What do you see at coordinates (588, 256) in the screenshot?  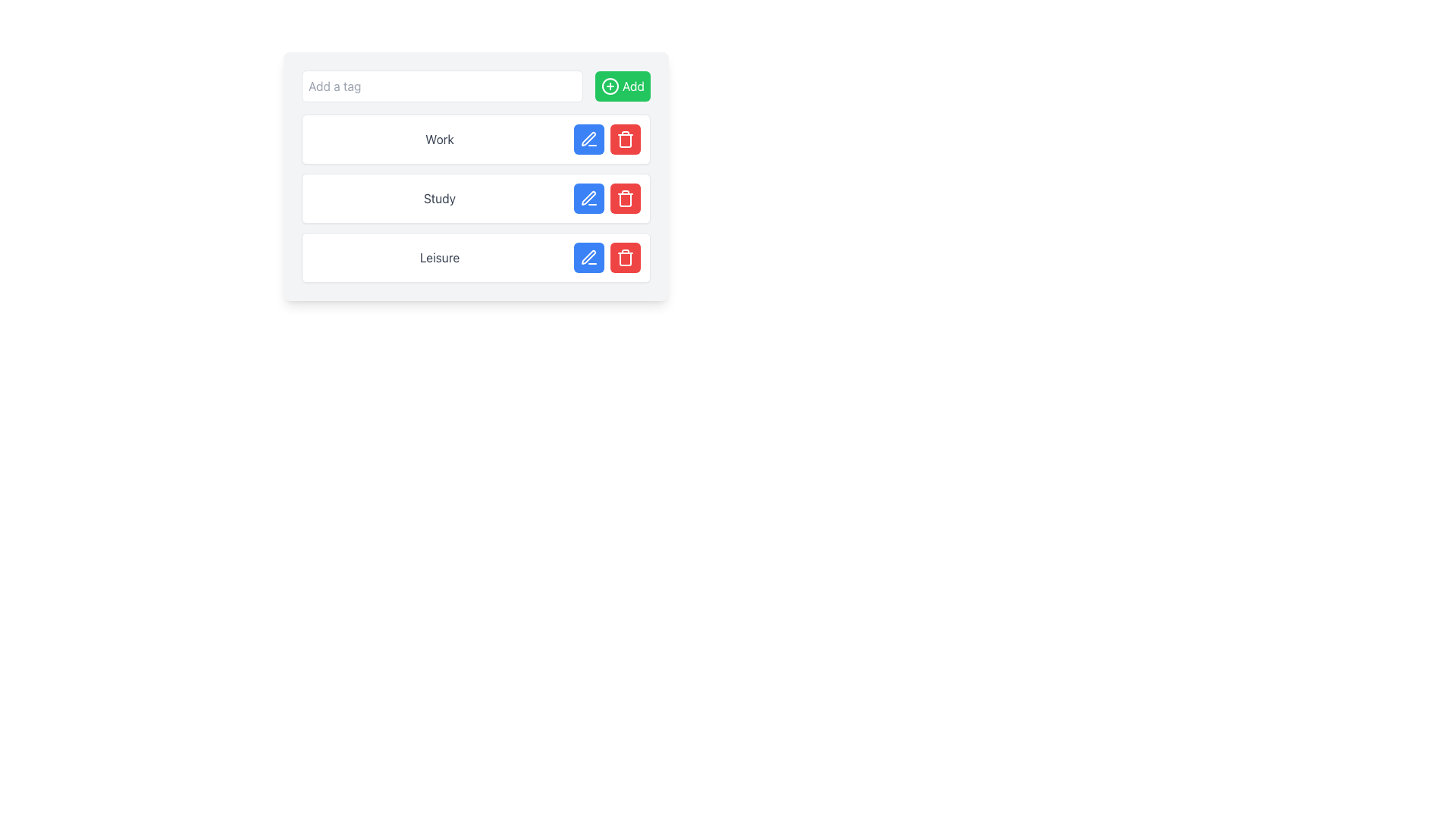 I see `the pen icon button with a blue circular background in the third row of the 'Leisure' list to initiate editing` at bounding box center [588, 256].